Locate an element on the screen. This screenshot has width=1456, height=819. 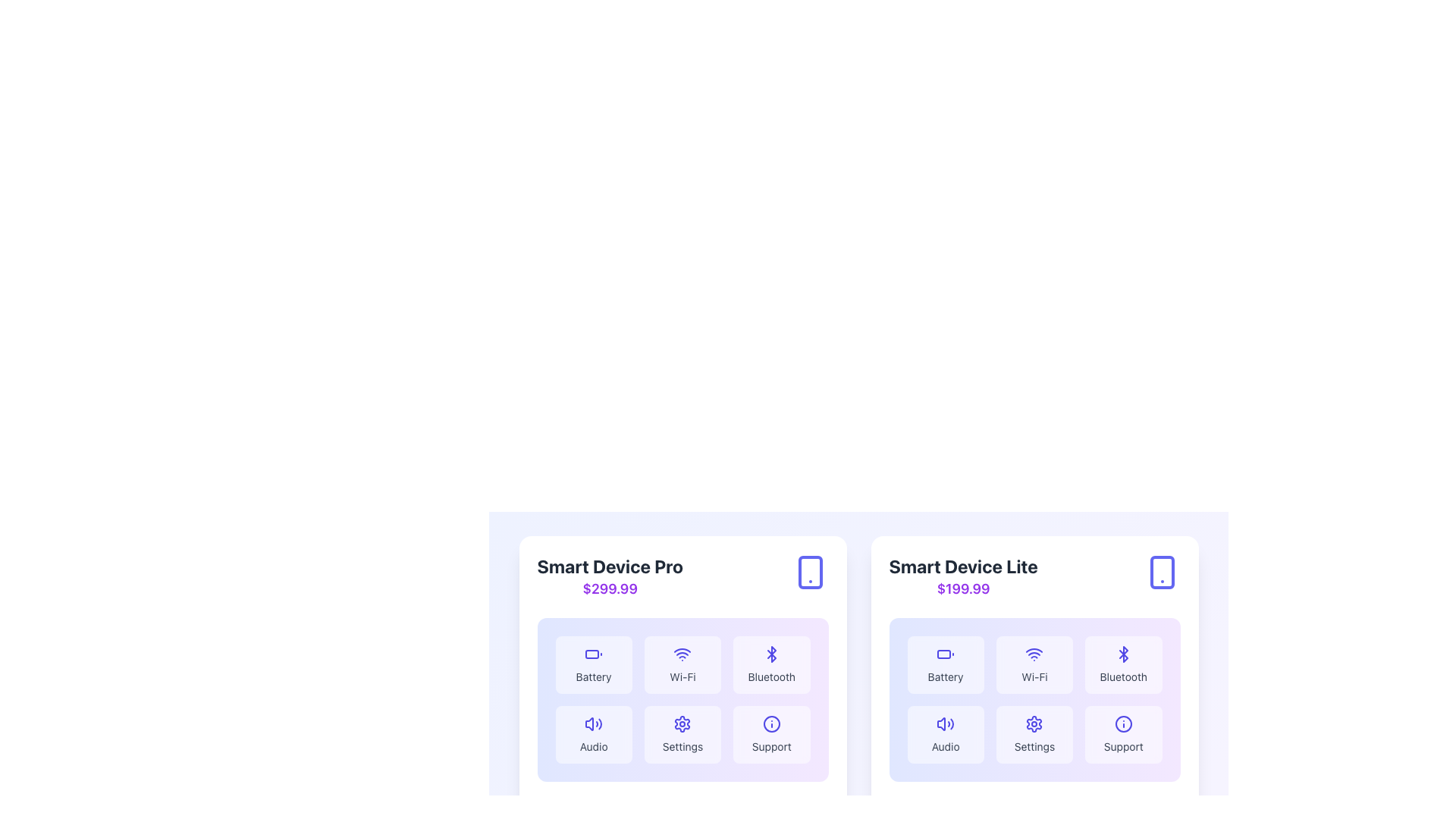
the SVG circle graphic located at the upper right side of the 'Smart Device Pro' card is located at coordinates (771, 723).